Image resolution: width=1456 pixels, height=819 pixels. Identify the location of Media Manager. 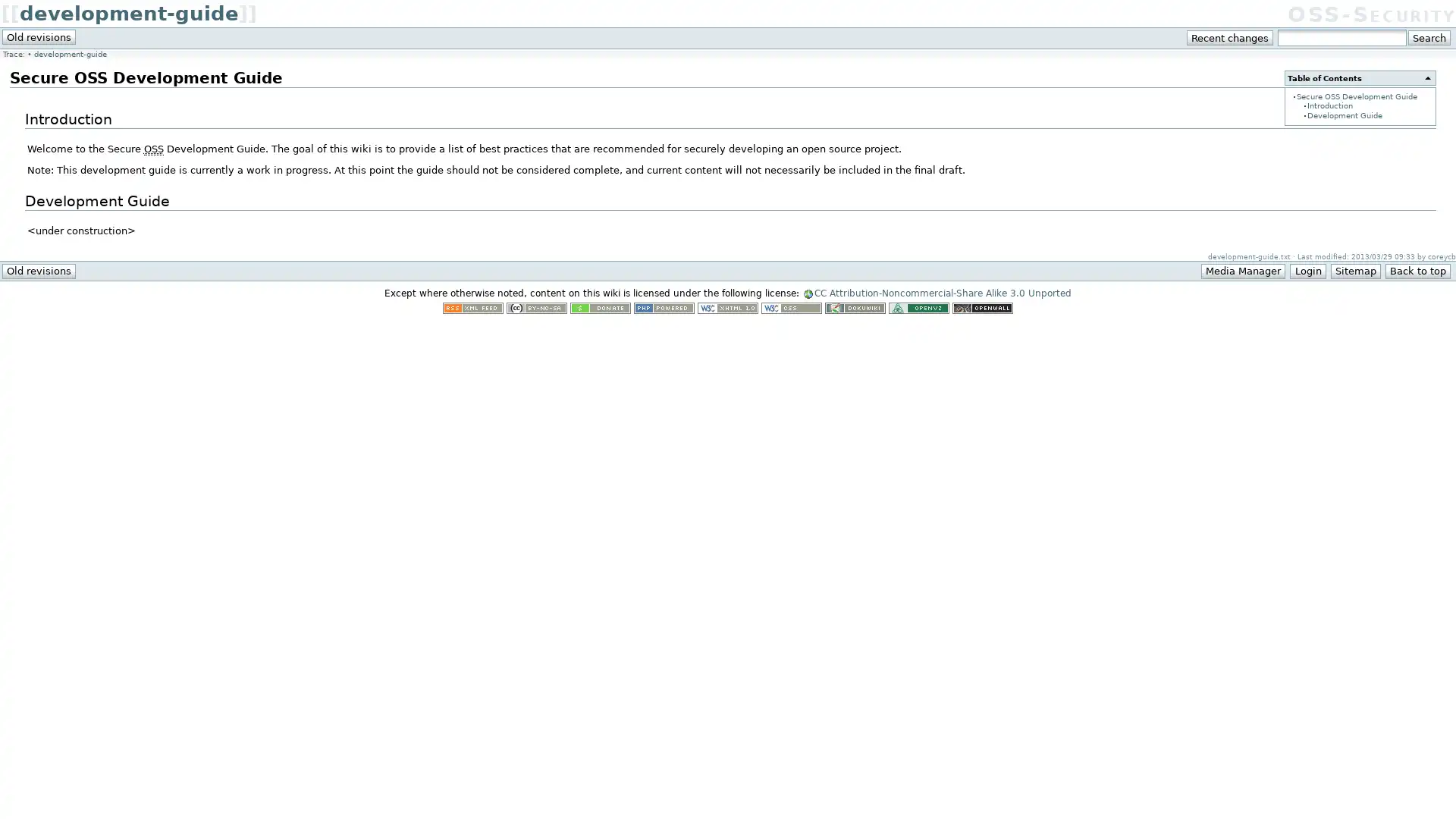
(1243, 270).